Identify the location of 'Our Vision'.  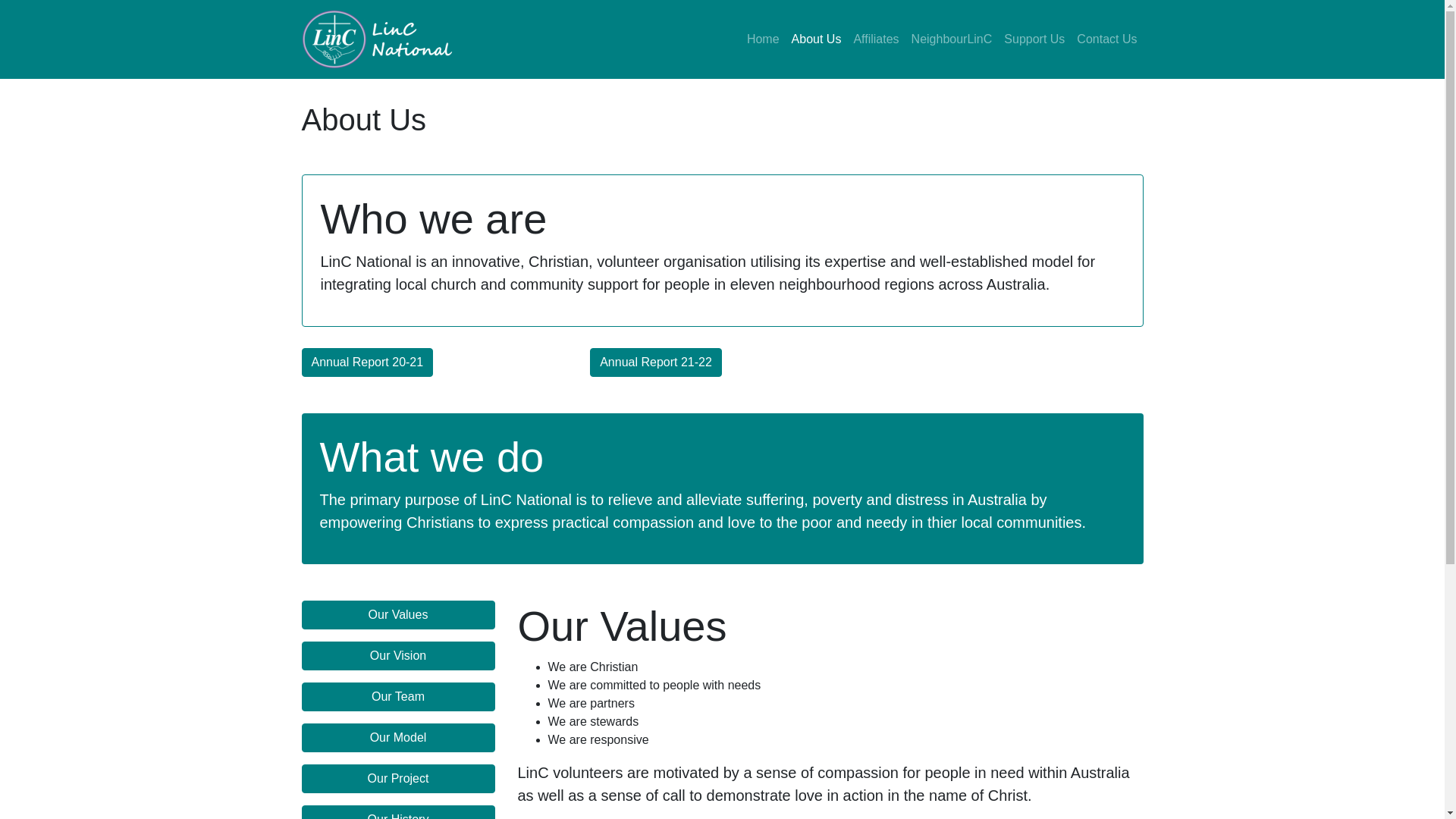
(398, 654).